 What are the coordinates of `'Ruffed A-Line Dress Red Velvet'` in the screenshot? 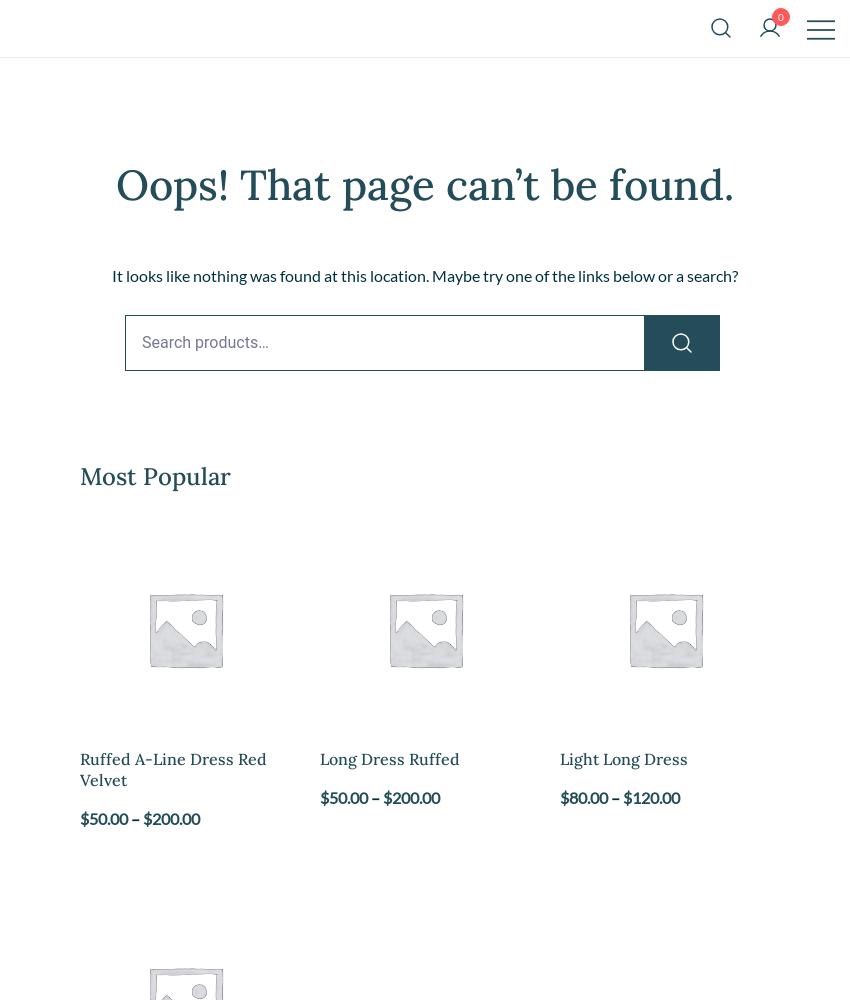 It's located at (172, 768).